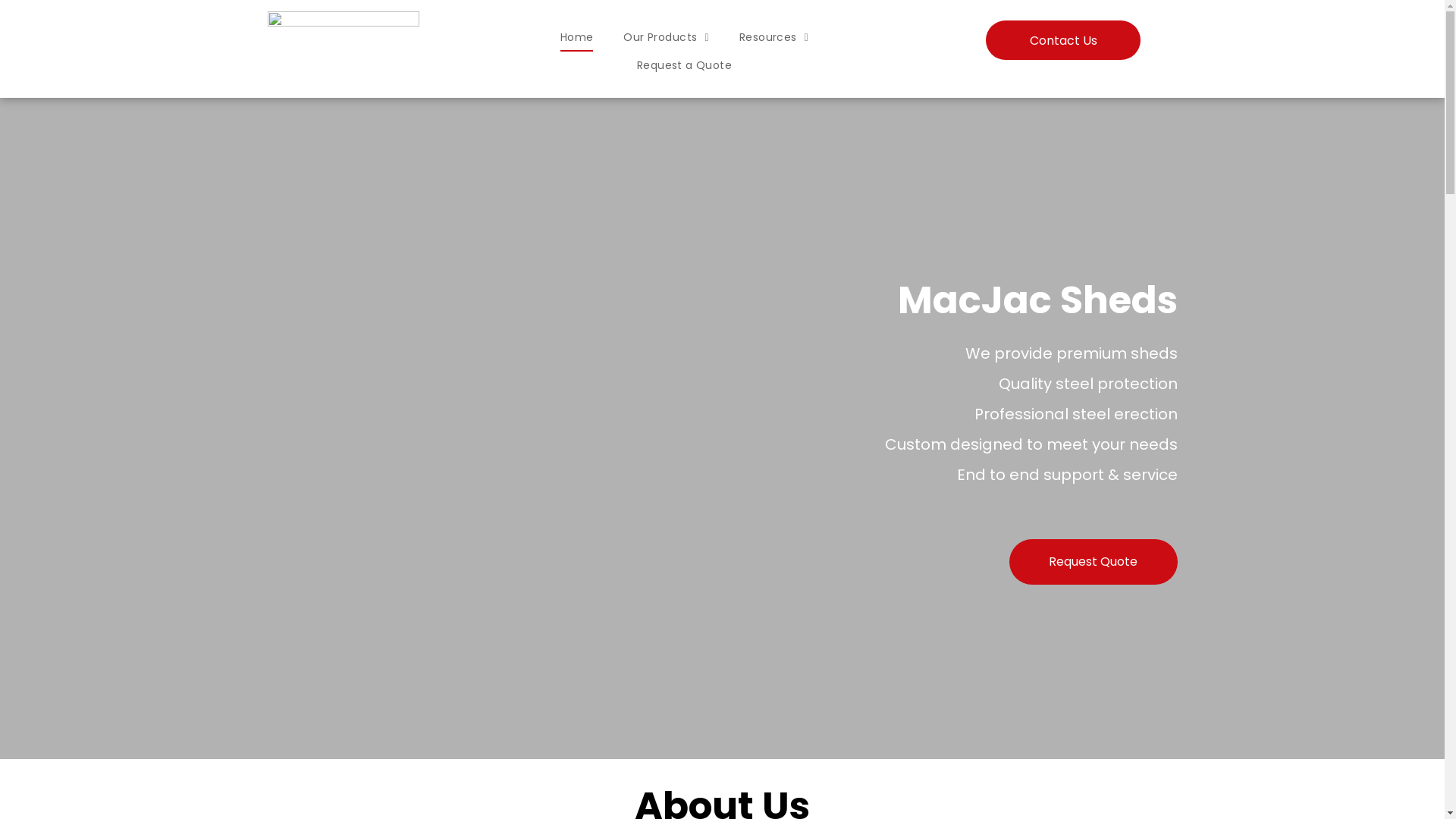  Describe the element at coordinates (683, 65) in the screenshot. I see `'Request a Quote'` at that location.